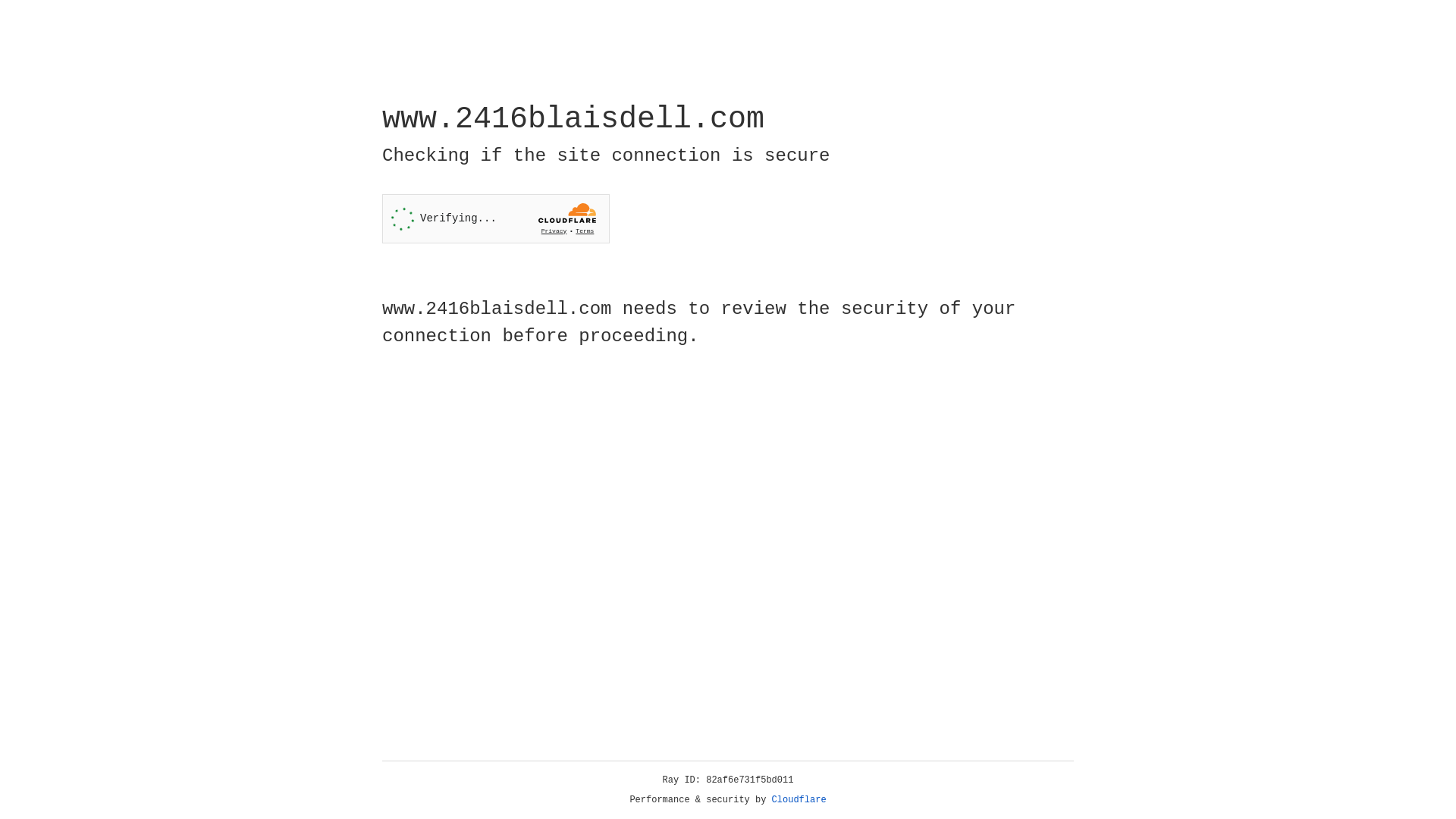 This screenshot has height=819, width=1456. What do you see at coordinates (495, 218) in the screenshot?
I see `'Widget containing a Cloudflare security challenge'` at bounding box center [495, 218].